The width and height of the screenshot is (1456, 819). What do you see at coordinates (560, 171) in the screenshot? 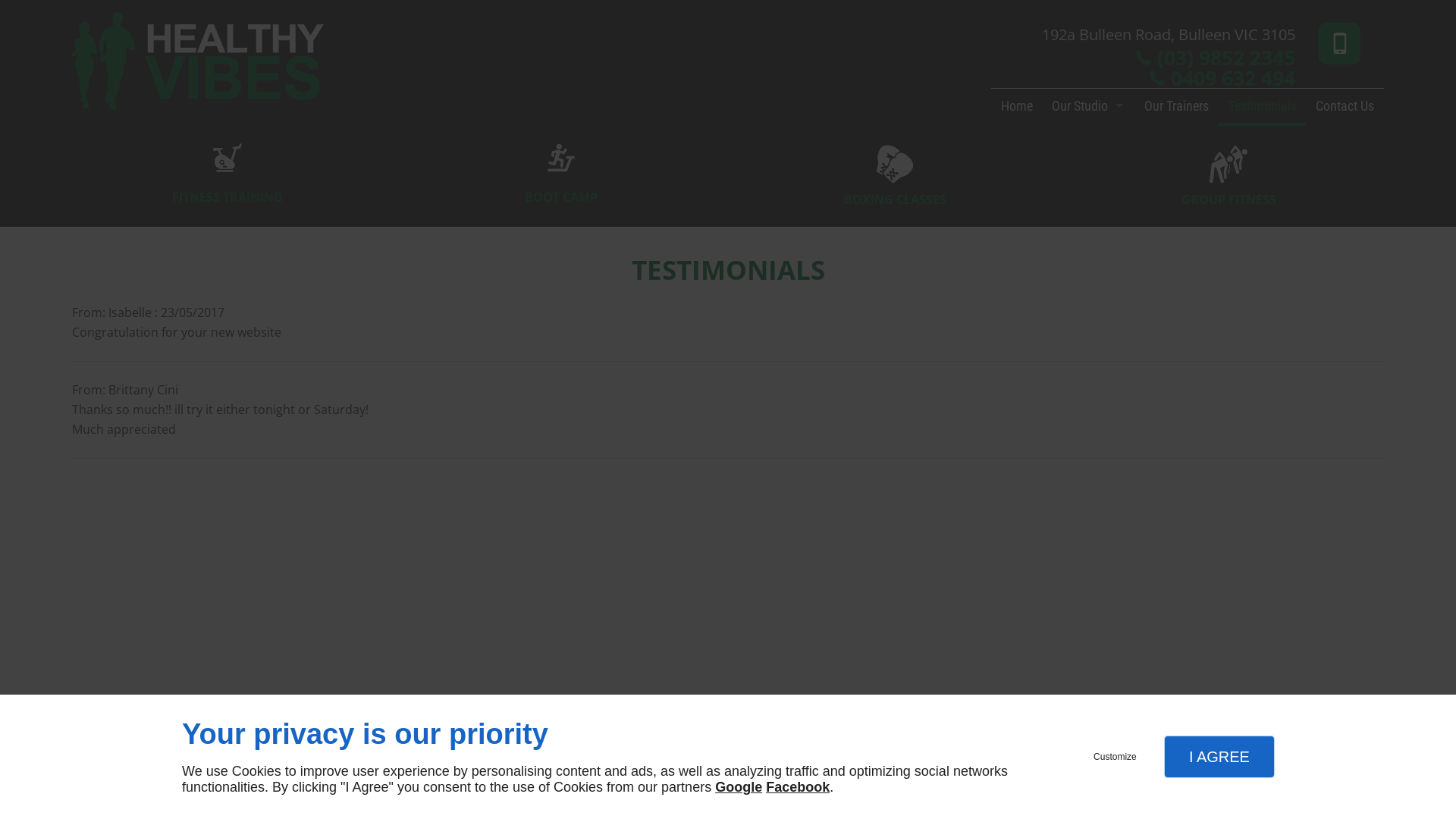
I see `'BOOT CAMP'` at bounding box center [560, 171].